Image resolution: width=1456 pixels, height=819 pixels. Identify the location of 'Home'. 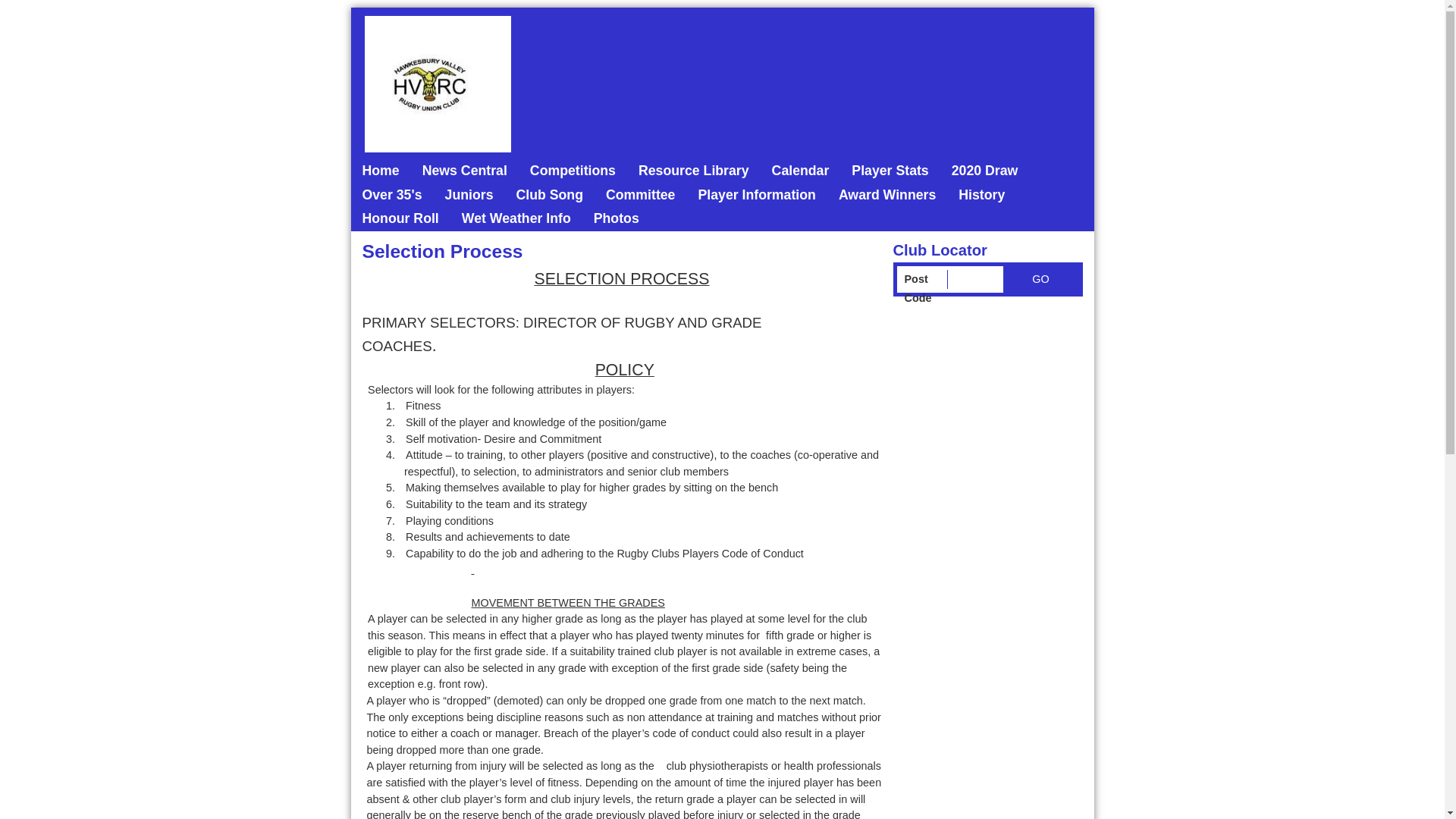
(380, 171).